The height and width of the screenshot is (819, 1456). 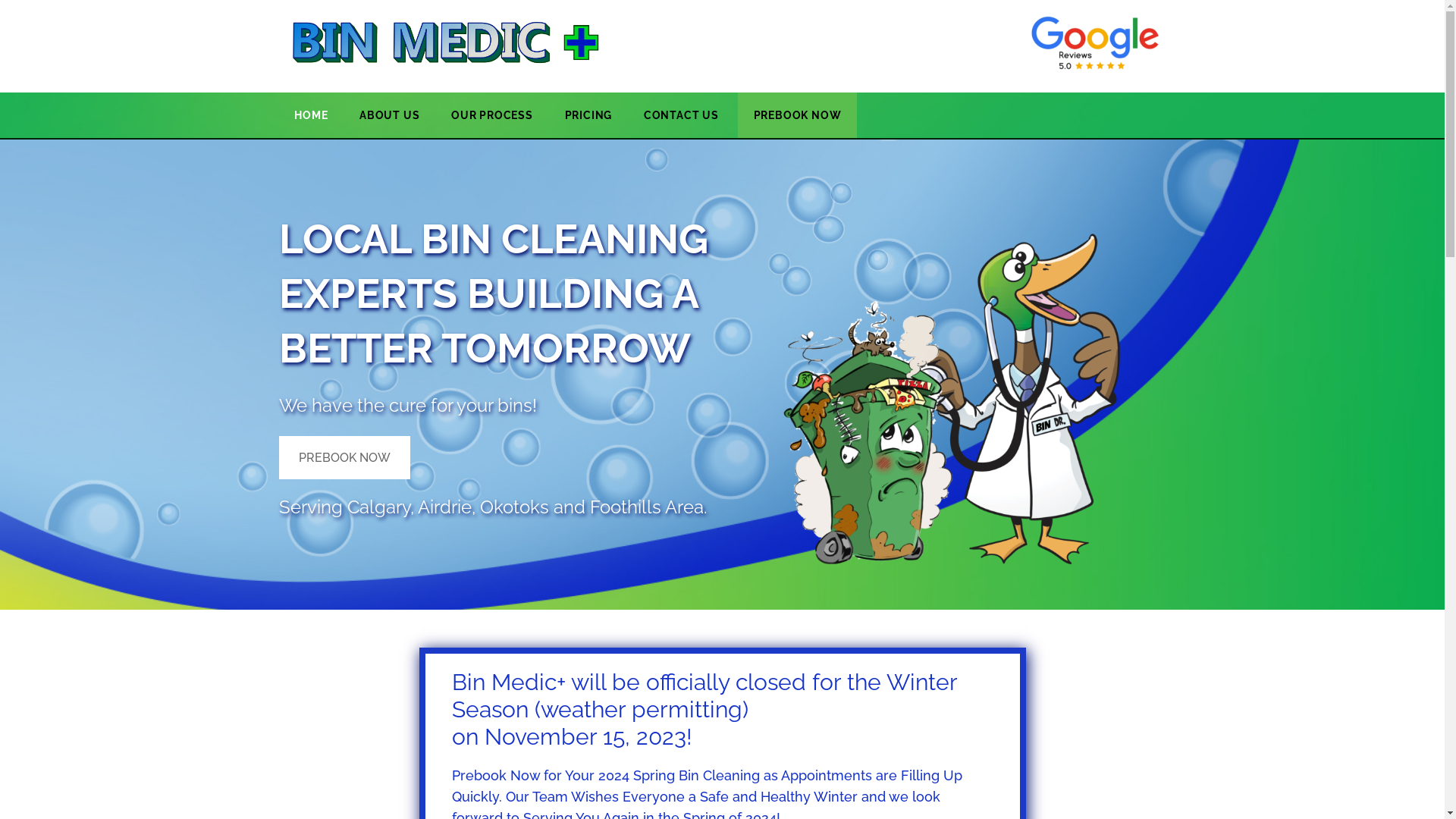 I want to click on 'ABOUT US', so click(x=389, y=114).